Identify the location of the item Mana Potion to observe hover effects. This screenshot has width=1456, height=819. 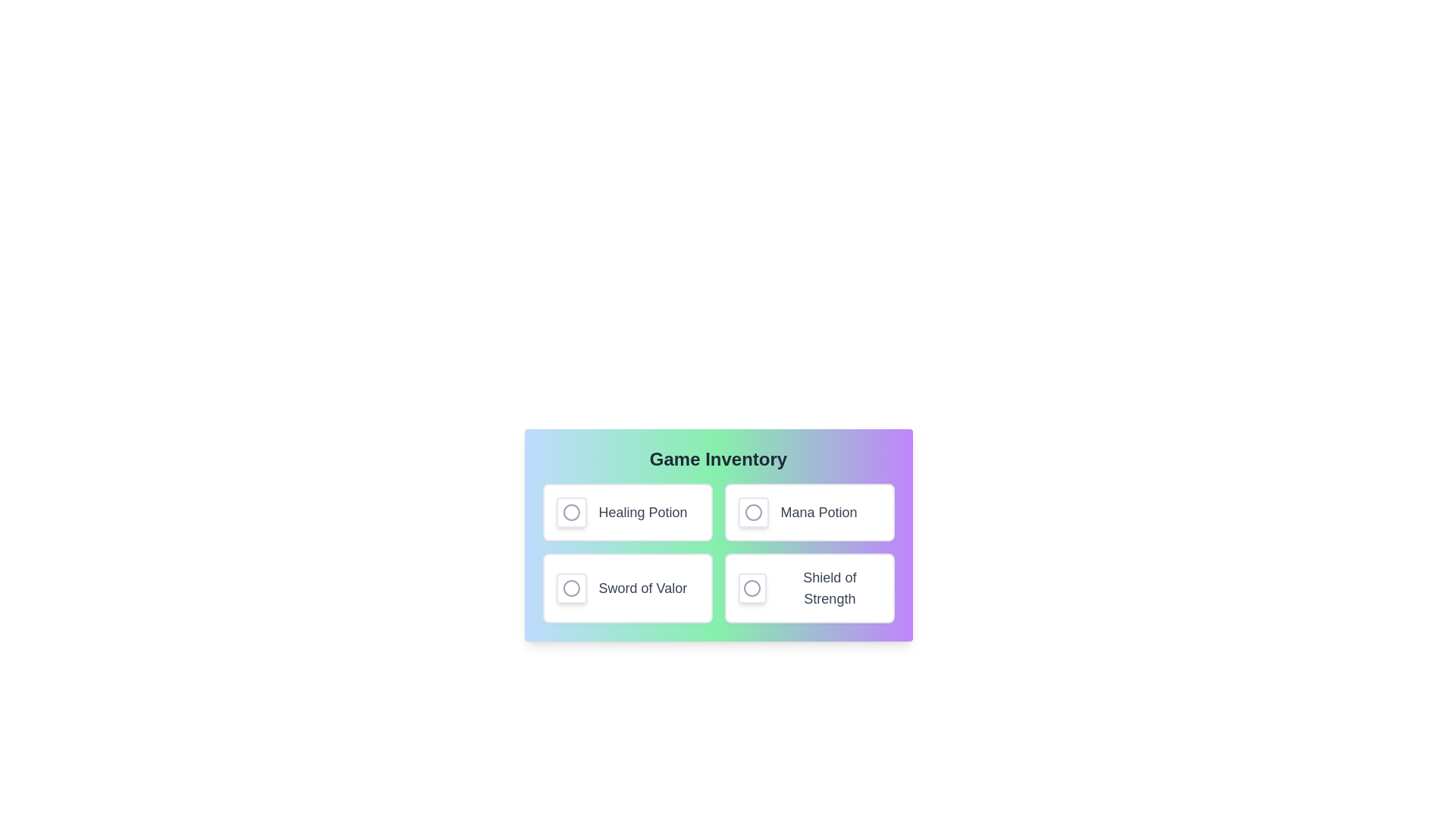
(808, 512).